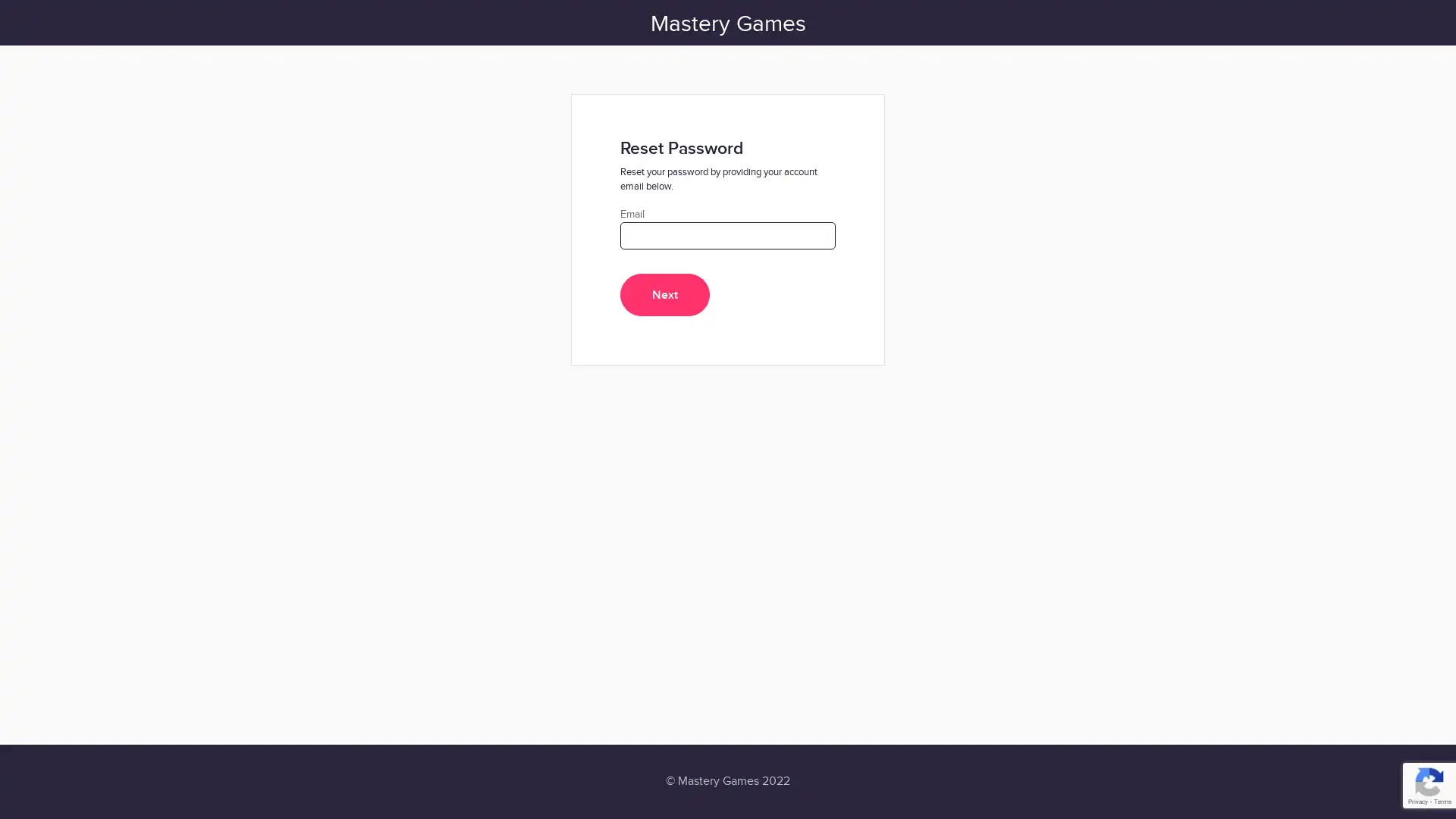 This screenshot has width=1456, height=819. I want to click on Next, so click(665, 295).